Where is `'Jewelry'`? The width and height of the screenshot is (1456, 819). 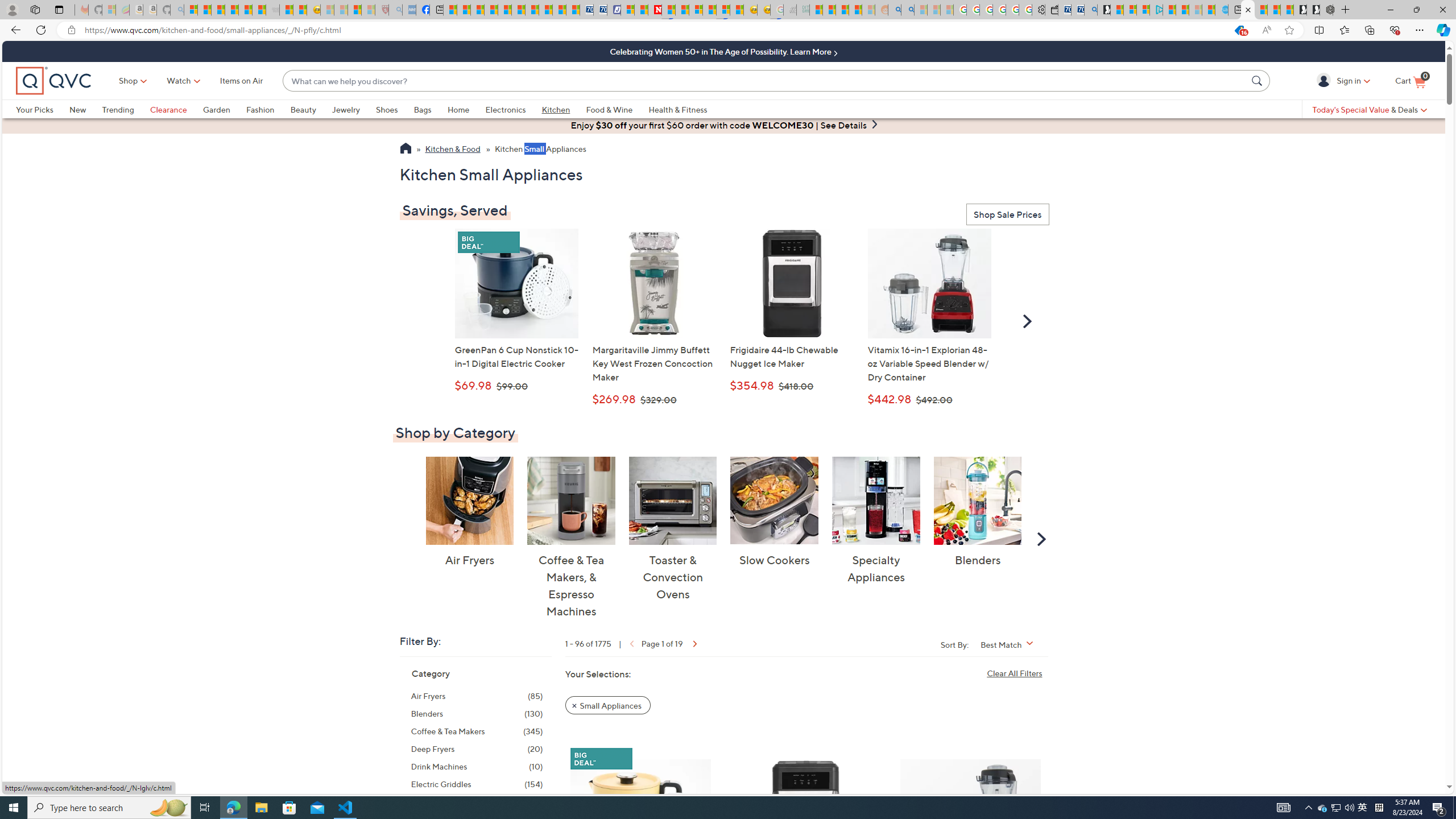
'Jewelry' is located at coordinates (353, 109).